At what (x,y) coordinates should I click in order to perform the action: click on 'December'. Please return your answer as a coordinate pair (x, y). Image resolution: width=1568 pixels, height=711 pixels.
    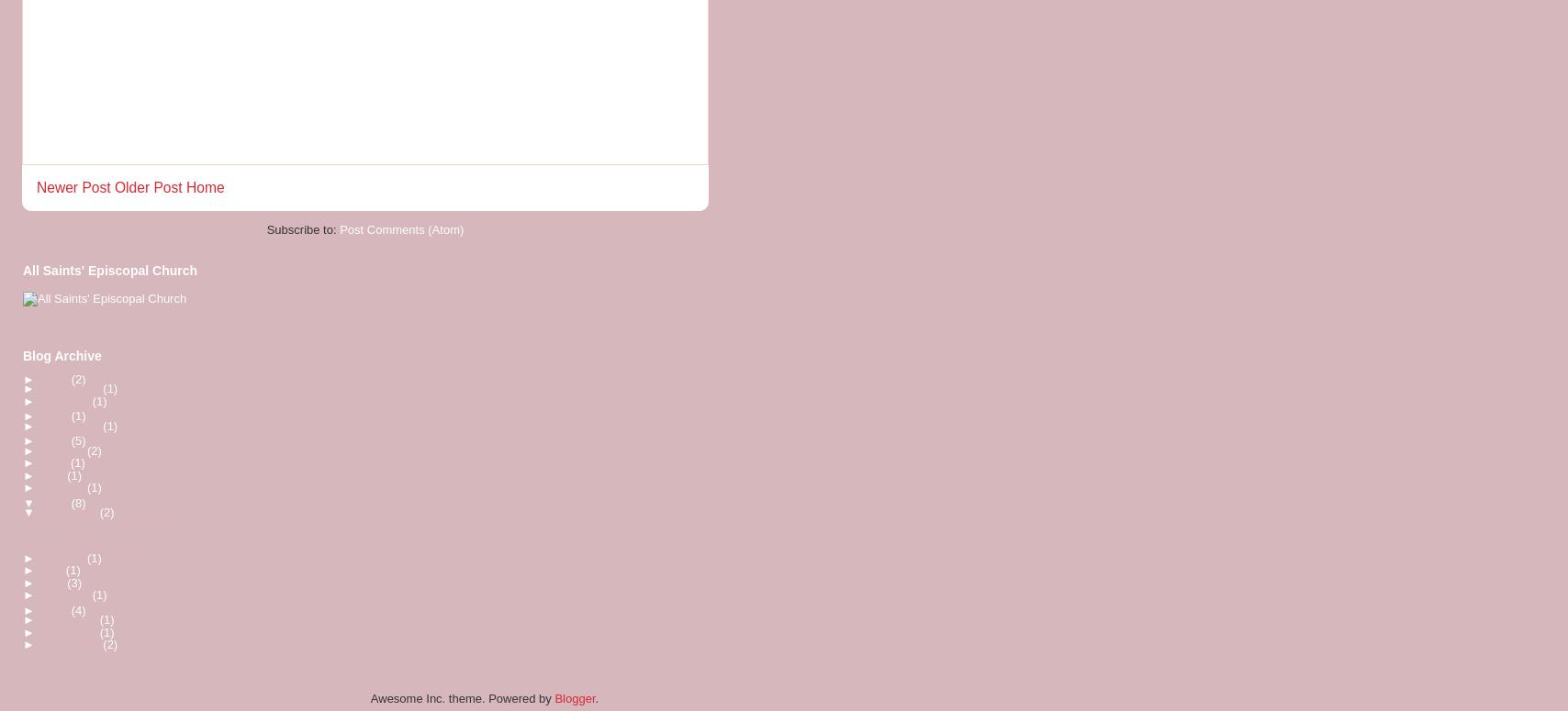
    Looking at the image, I should click on (70, 618).